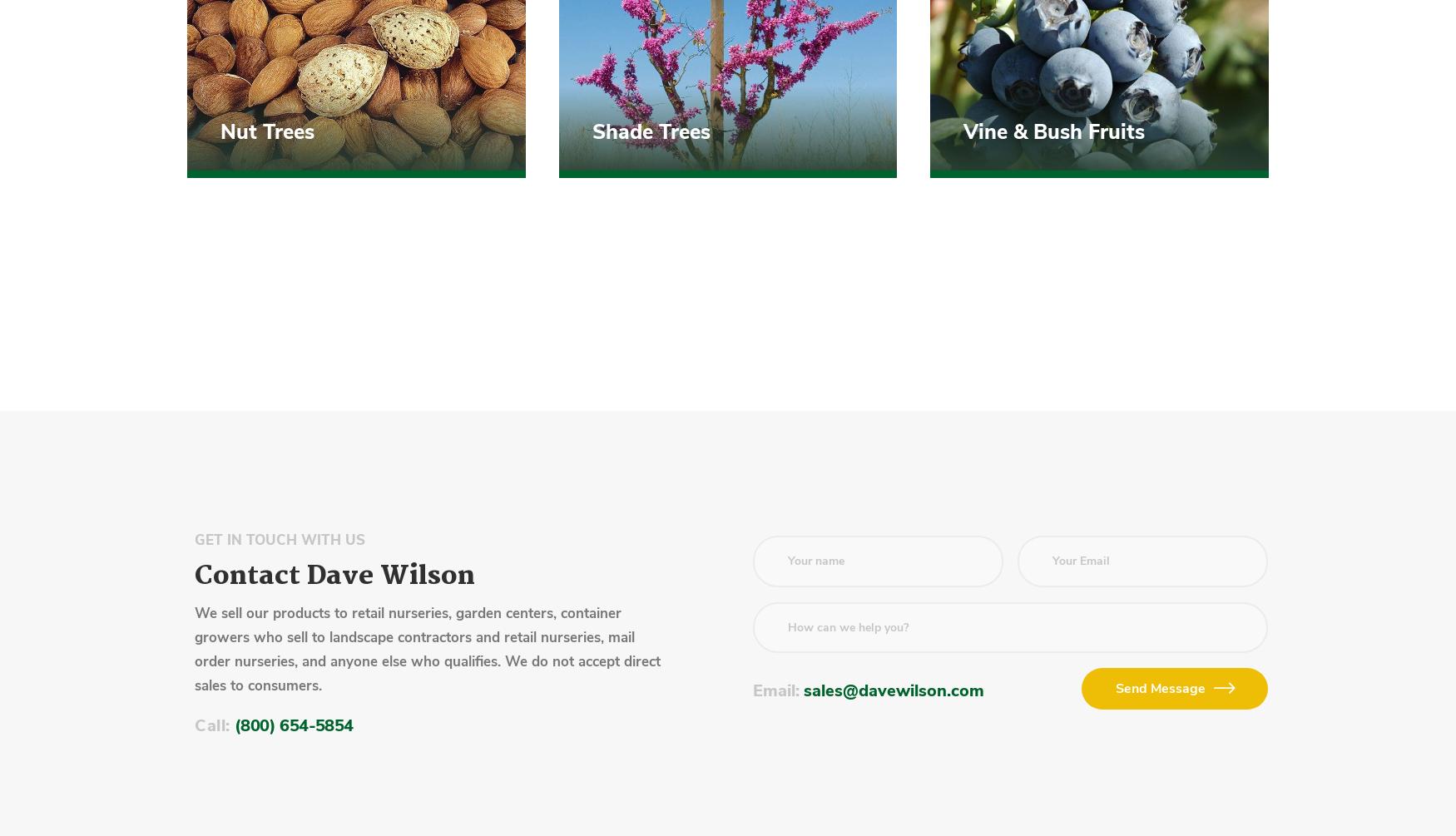 The image size is (1456, 836). I want to click on 'Privacy Statement', so click(998, 457).